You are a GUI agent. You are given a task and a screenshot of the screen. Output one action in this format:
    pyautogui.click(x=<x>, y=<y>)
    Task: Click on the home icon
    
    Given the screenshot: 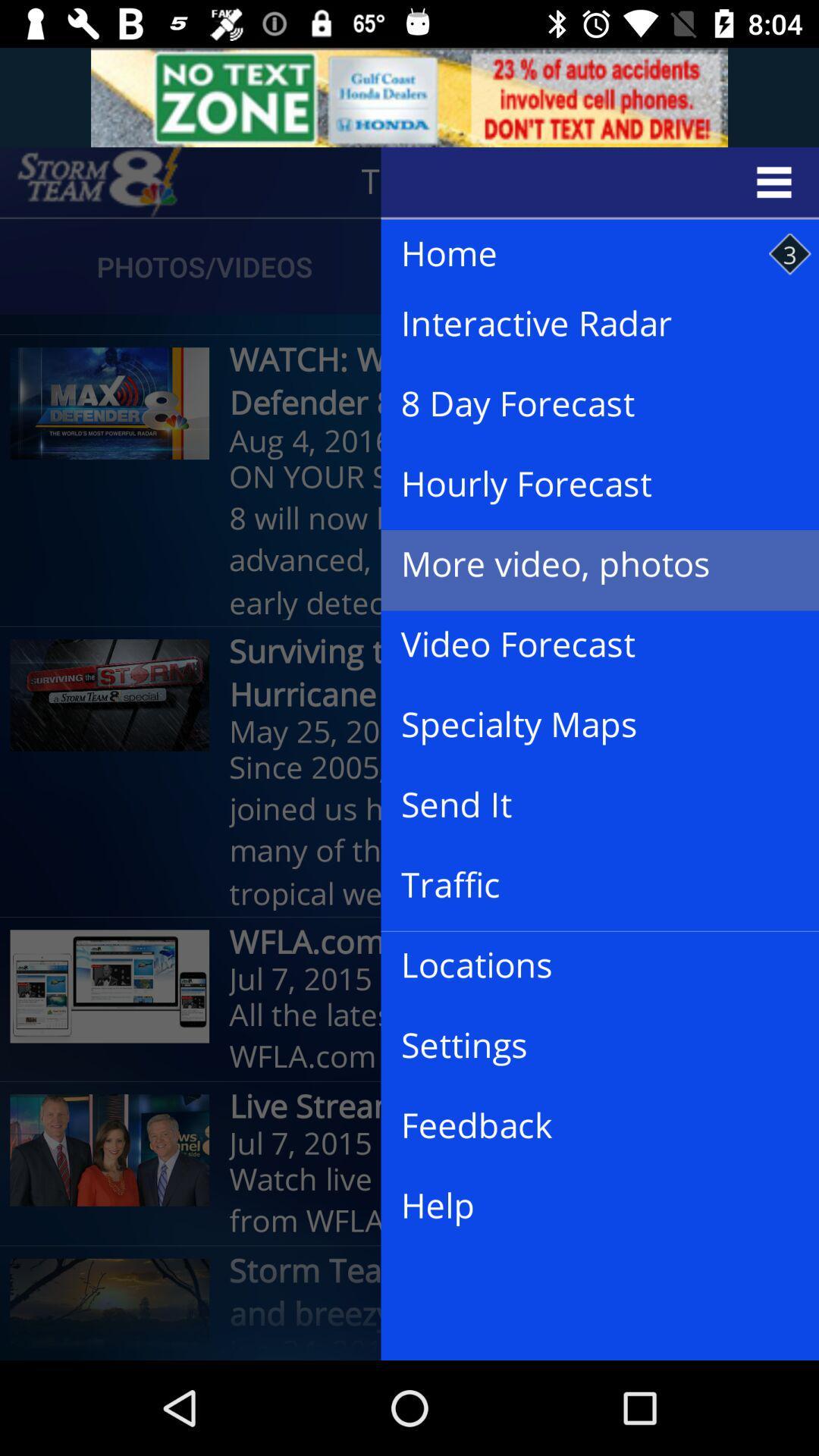 What is the action you would take?
    pyautogui.click(x=584, y=254)
    